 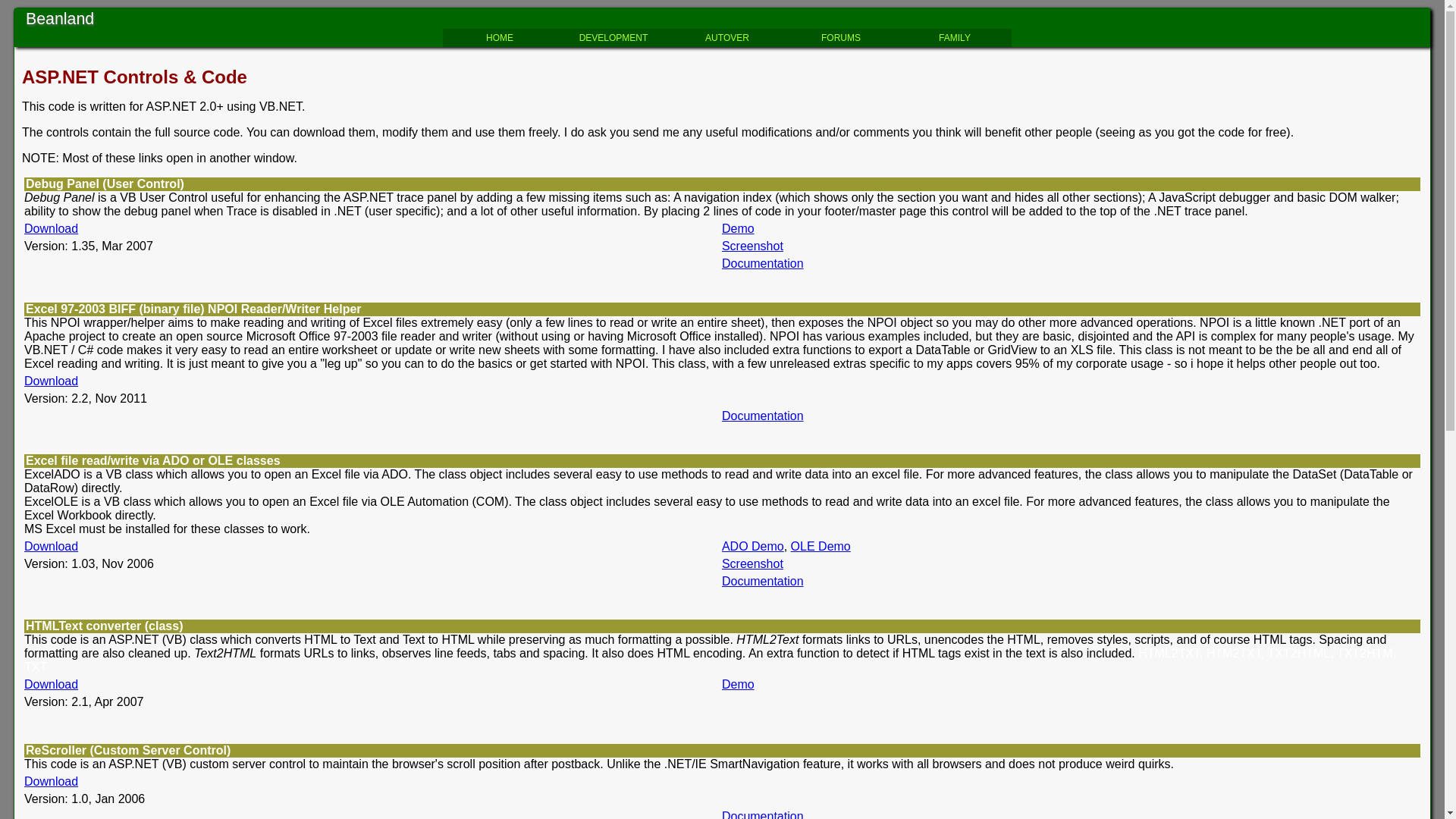 I want to click on 'Documentation', so click(x=720, y=416).